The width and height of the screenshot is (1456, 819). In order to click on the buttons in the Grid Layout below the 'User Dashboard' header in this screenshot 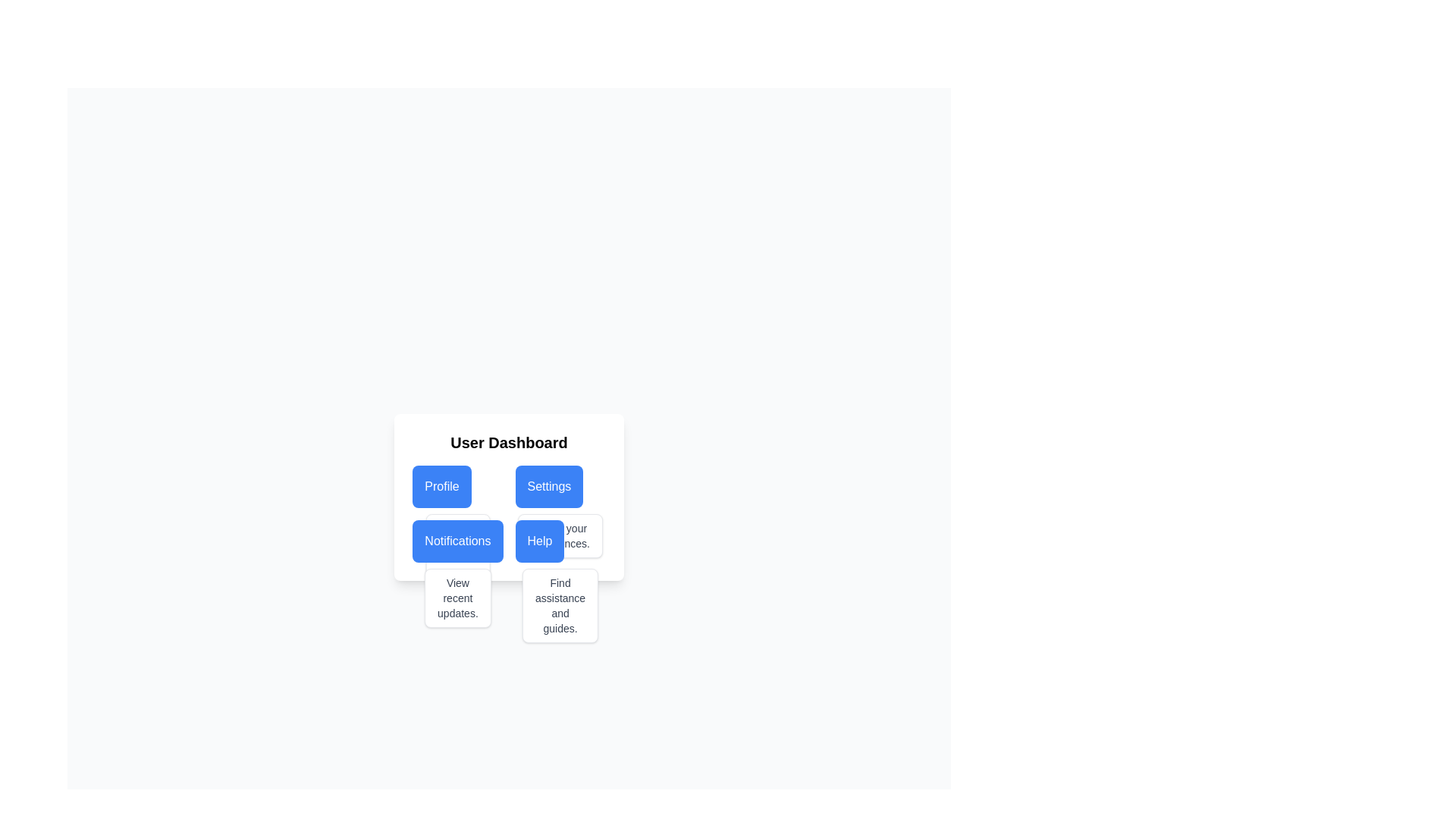, I will do `click(509, 513)`.